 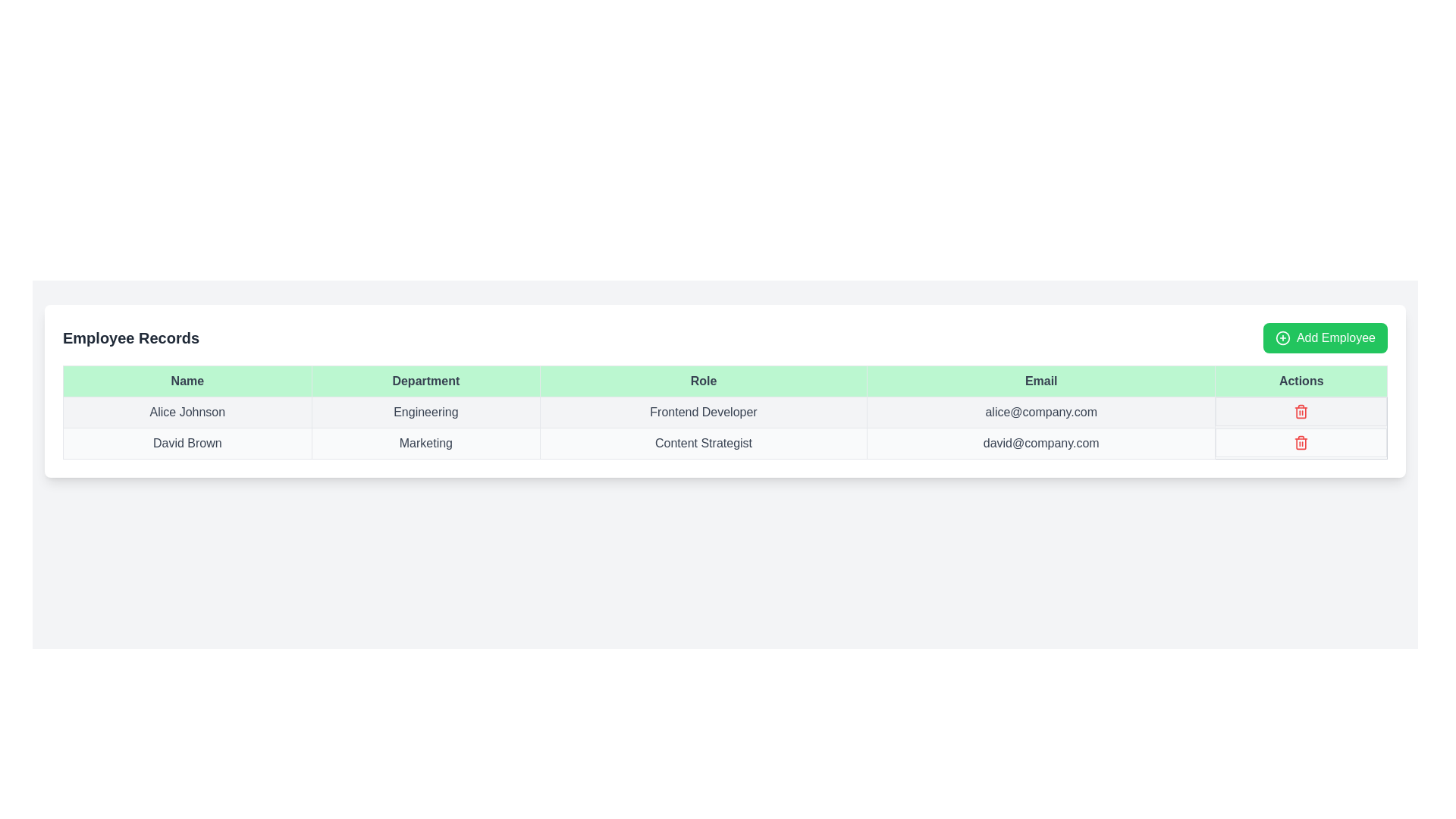 What do you see at coordinates (1301, 442) in the screenshot?
I see `the delete button located` at bounding box center [1301, 442].